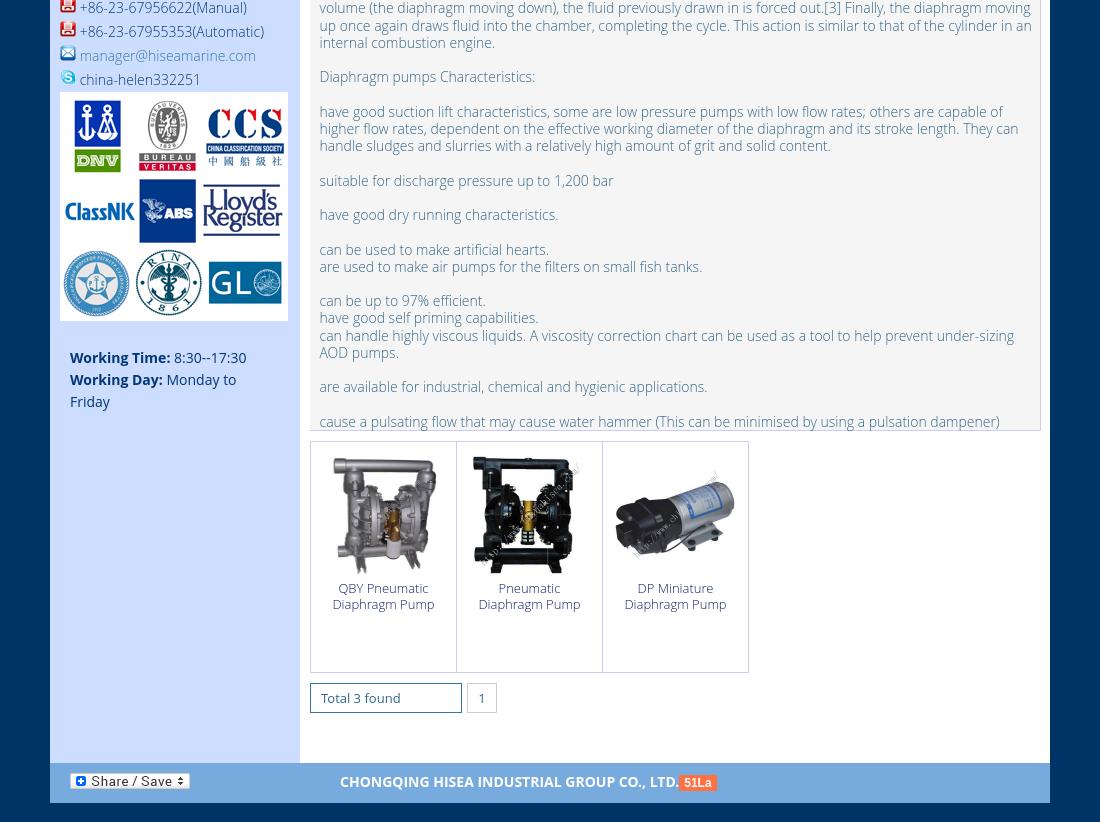 The height and width of the screenshot is (822, 1100). I want to click on '8:30--17:30', so click(208, 356).